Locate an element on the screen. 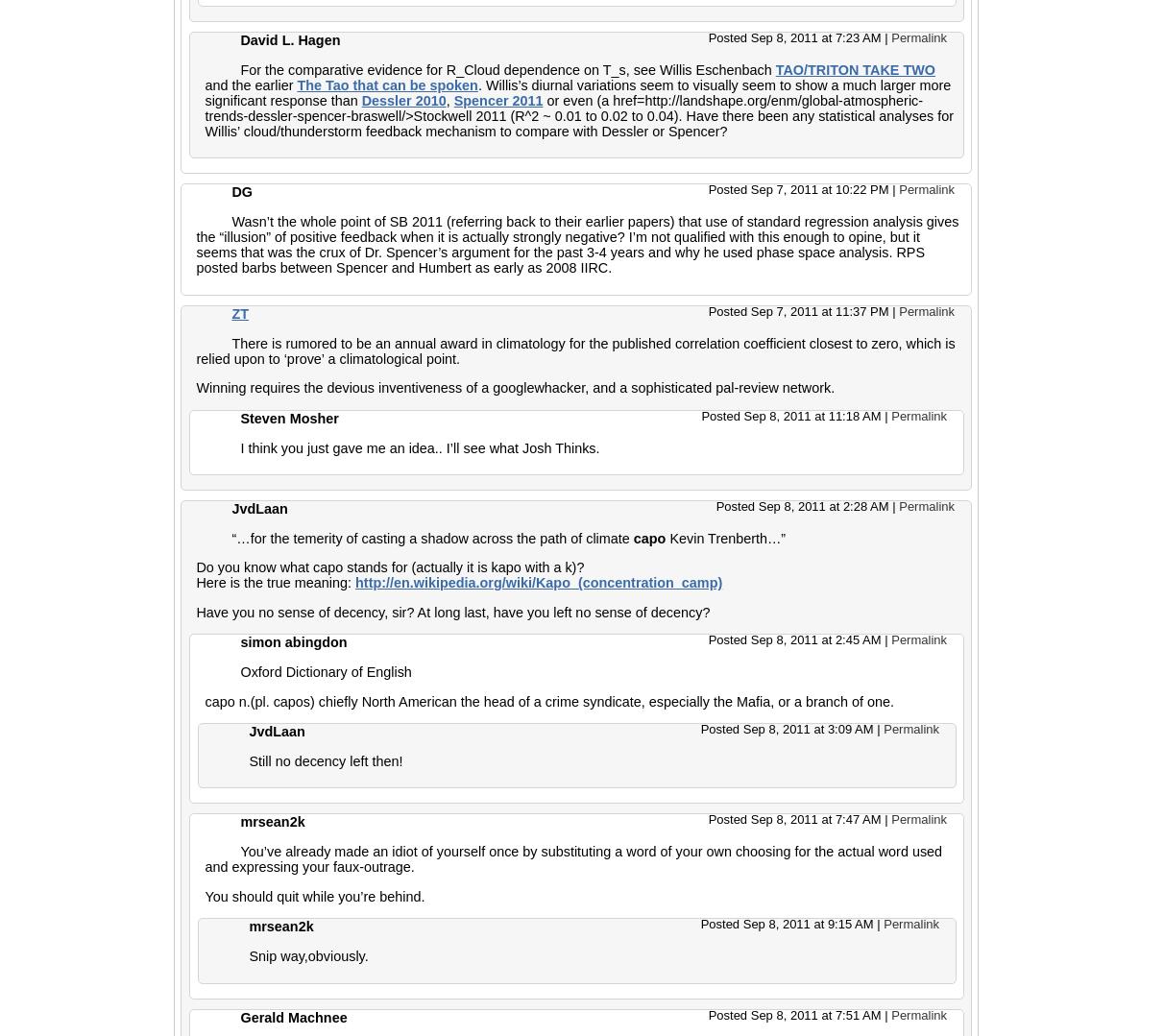 The image size is (1164, 1036). 'Do you know what capo stands for (actually it is kapo with a k)?' is located at coordinates (194, 566).